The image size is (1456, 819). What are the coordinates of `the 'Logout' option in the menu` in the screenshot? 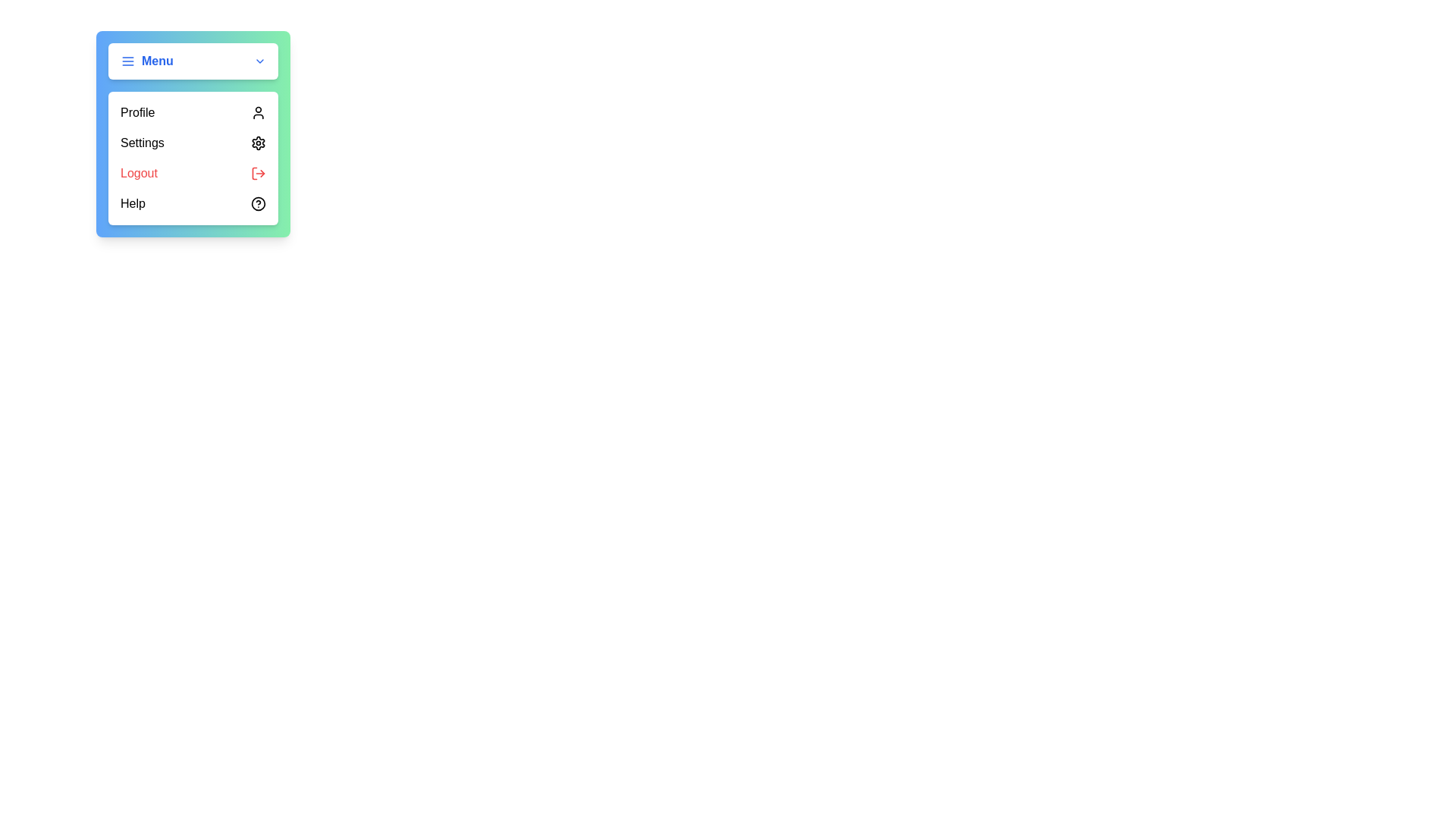 It's located at (192, 172).